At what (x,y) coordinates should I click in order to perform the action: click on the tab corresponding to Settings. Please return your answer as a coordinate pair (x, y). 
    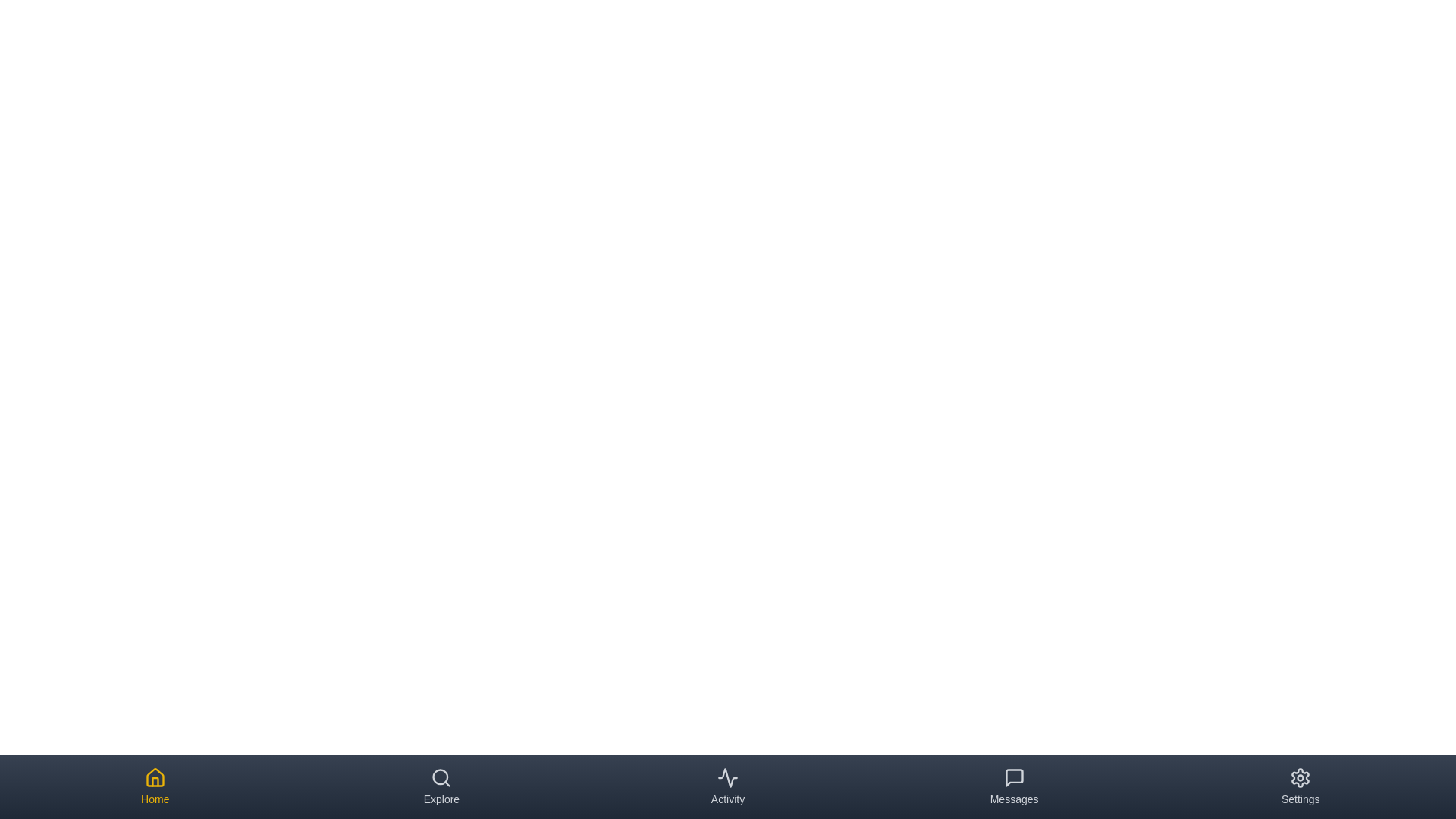
    Looking at the image, I should click on (1299, 786).